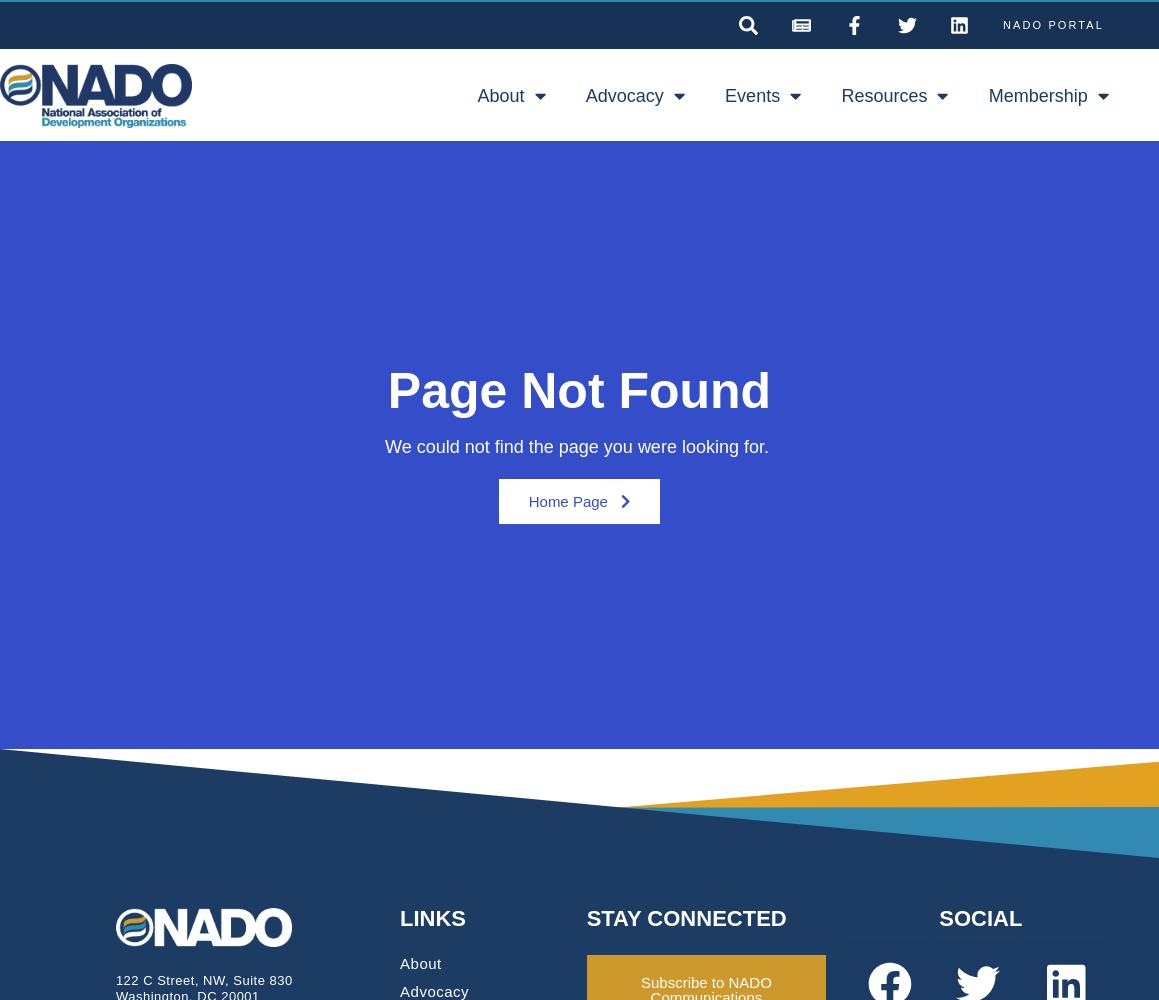 This screenshot has height=1000, width=1159. Describe the element at coordinates (882, 95) in the screenshot. I see `'Resources'` at that location.